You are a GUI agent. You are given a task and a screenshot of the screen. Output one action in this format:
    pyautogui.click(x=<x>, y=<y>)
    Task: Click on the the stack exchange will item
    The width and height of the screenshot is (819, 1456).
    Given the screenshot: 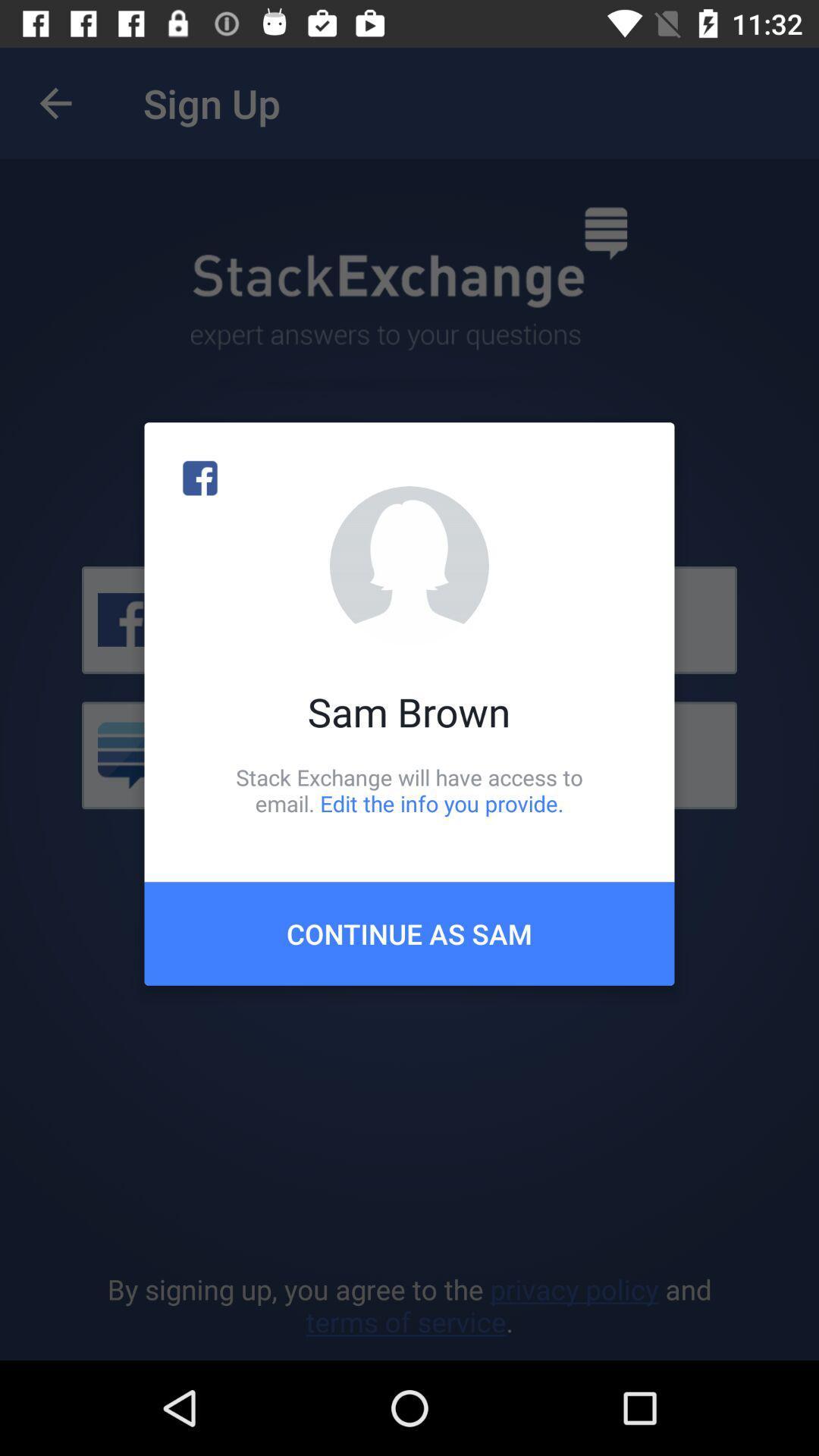 What is the action you would take?
    pyautogui.click(x=409, y=789)
    